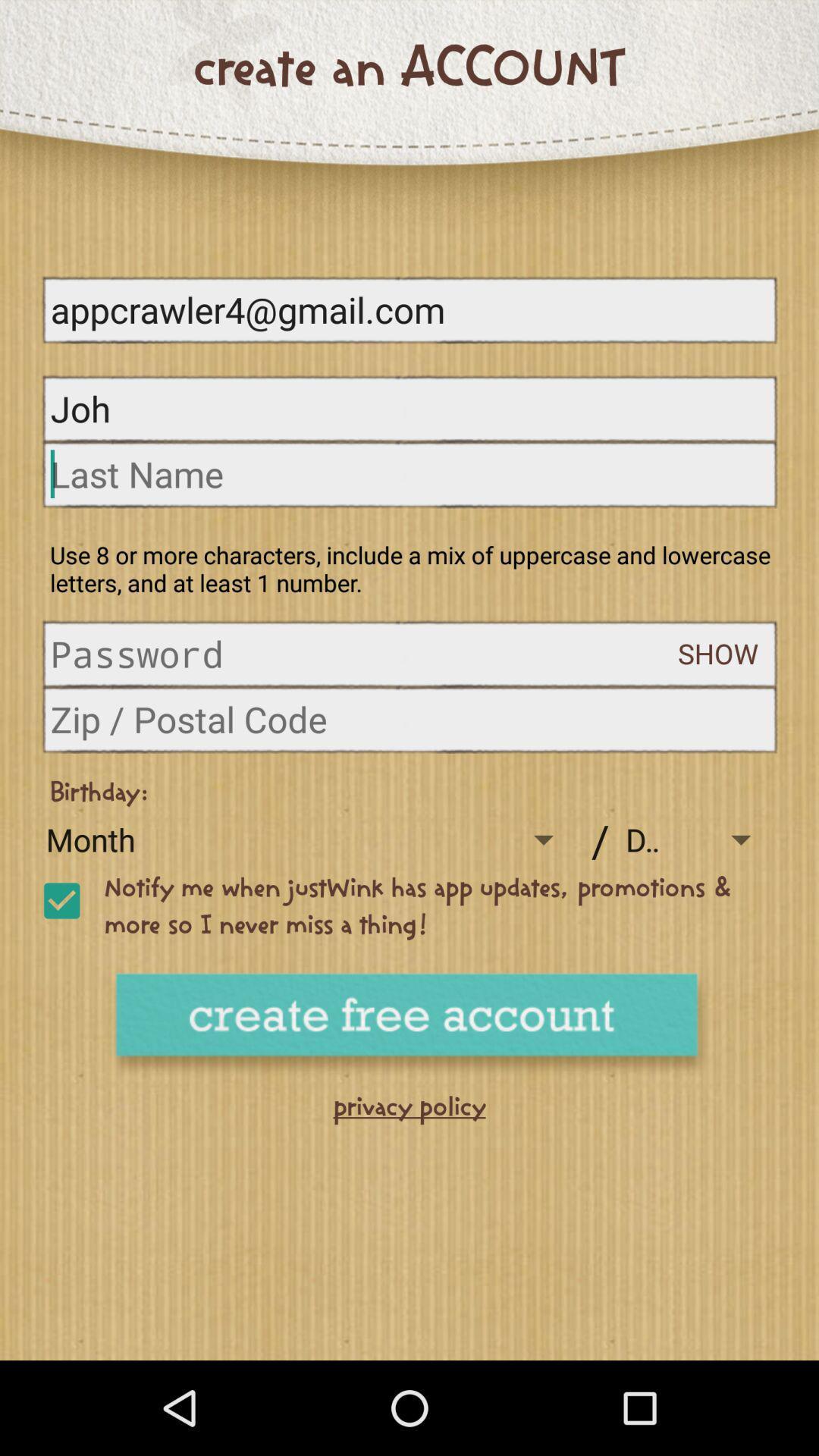 The width and height of the screenshot is (819, 1456). Describe the element at coordinates (61, 901) in the screenshot. I see `activate notification for update and promotion` at that location.